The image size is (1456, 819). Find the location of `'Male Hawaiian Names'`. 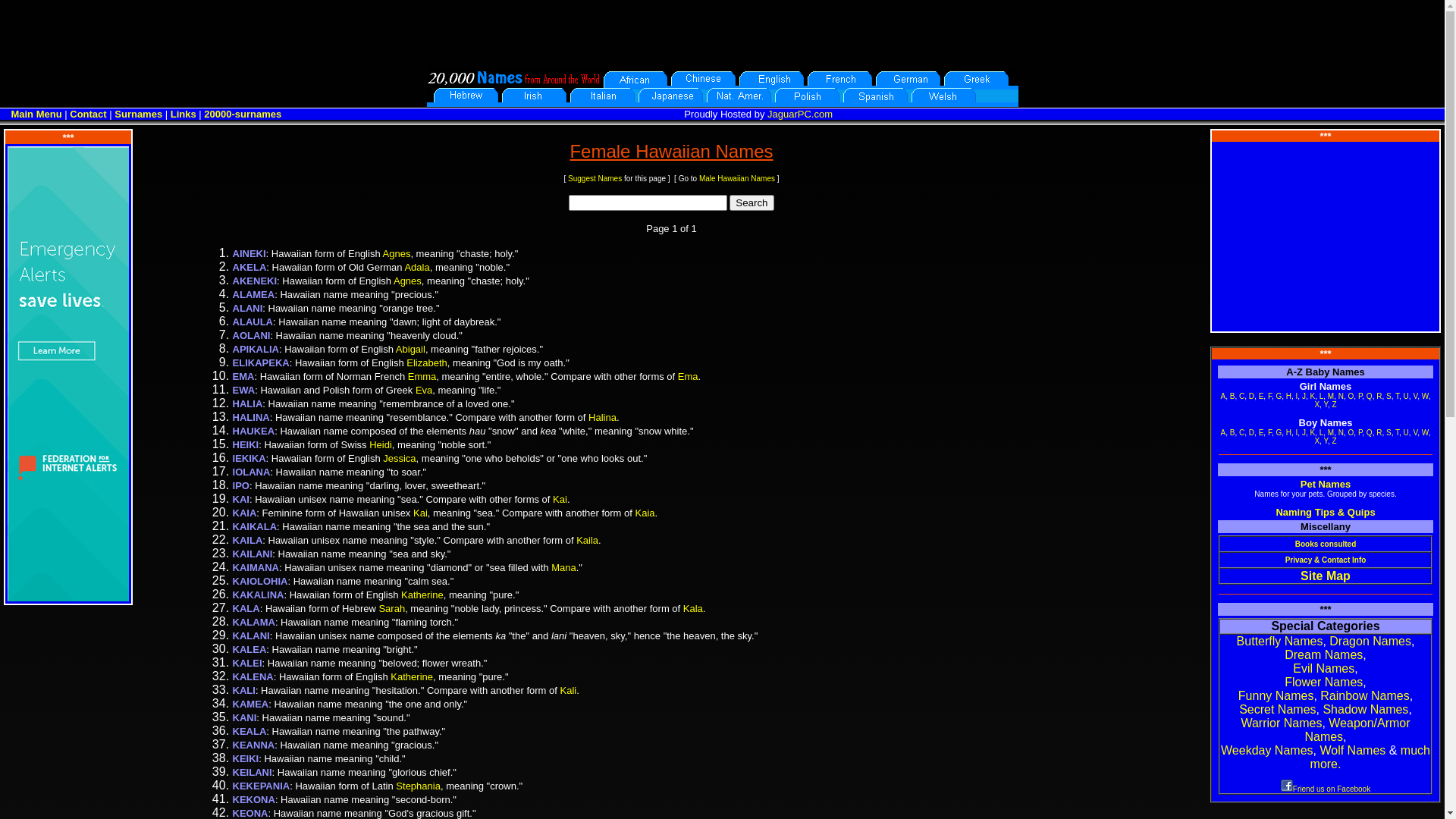

'Male Hawaiian Names' is located at coordinates (737, 177).